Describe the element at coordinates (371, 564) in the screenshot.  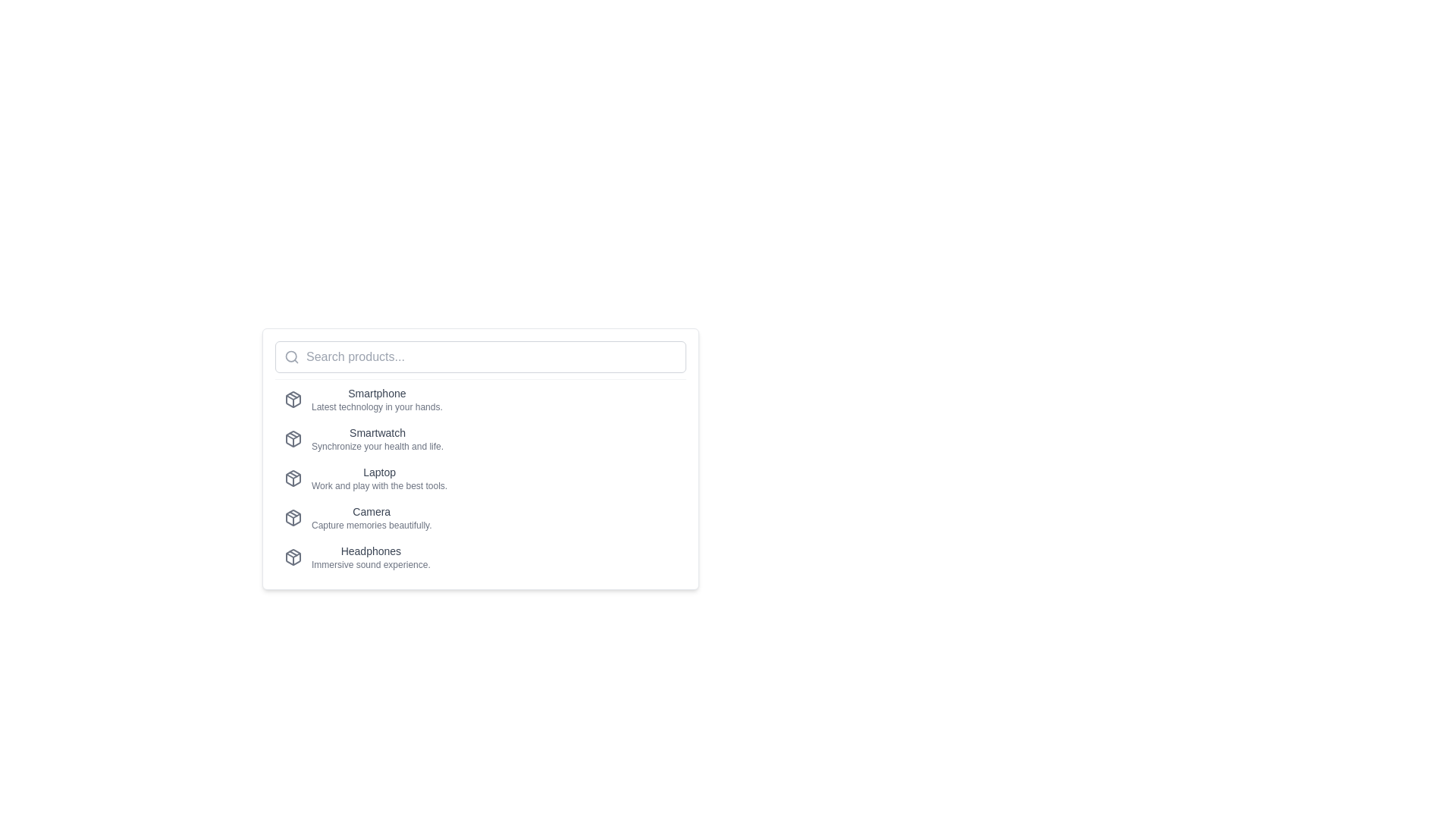
I see `the Text Label displaying 'Immersive sound experience.' located beneath the main label 'Headphones' in the vertical list of elements` at that location.